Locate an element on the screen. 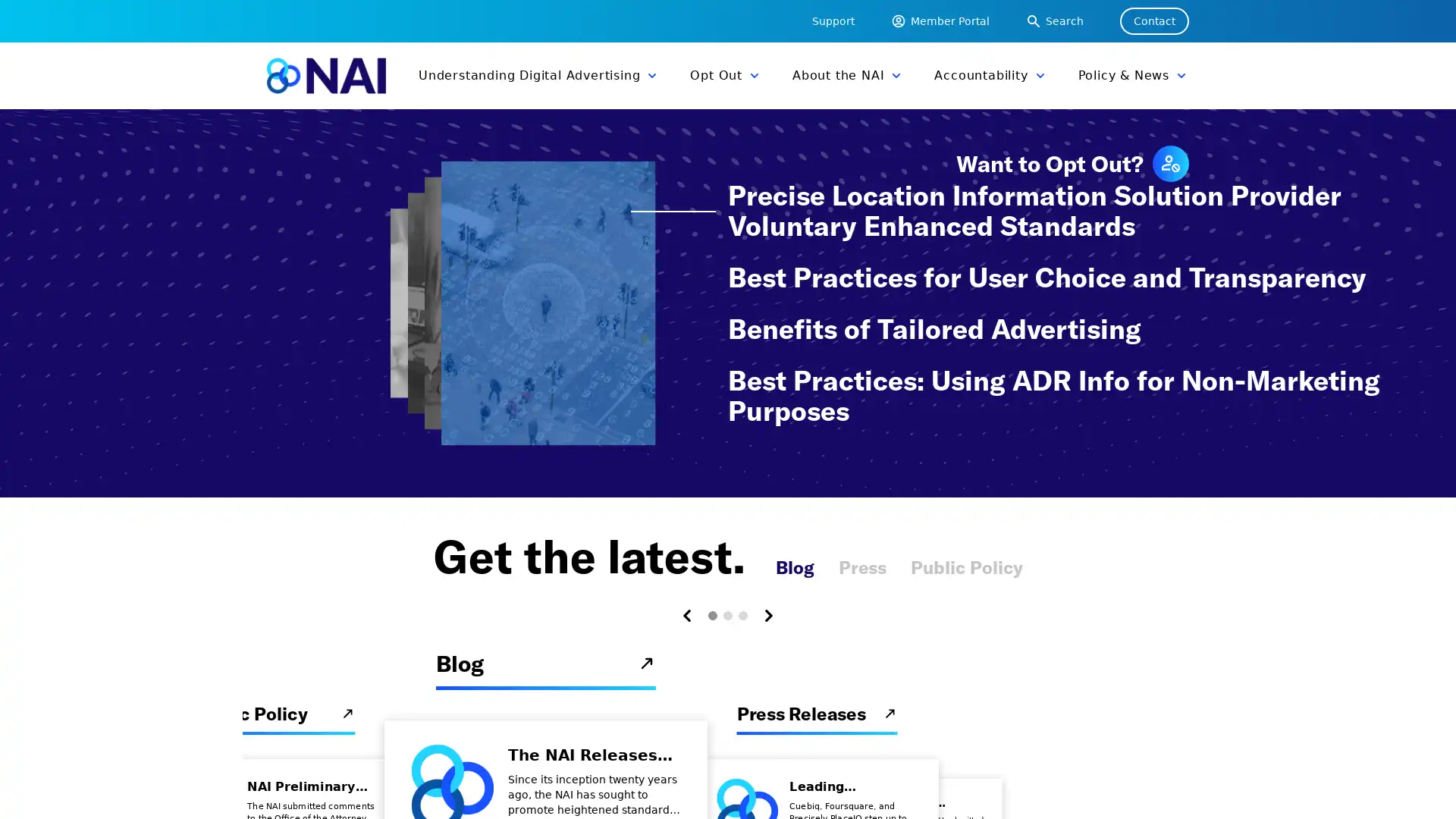 The height and width of the screenshot is (819, 1456). Carousel Page 1 (Current Slide) is located at coordinates (712, 616).